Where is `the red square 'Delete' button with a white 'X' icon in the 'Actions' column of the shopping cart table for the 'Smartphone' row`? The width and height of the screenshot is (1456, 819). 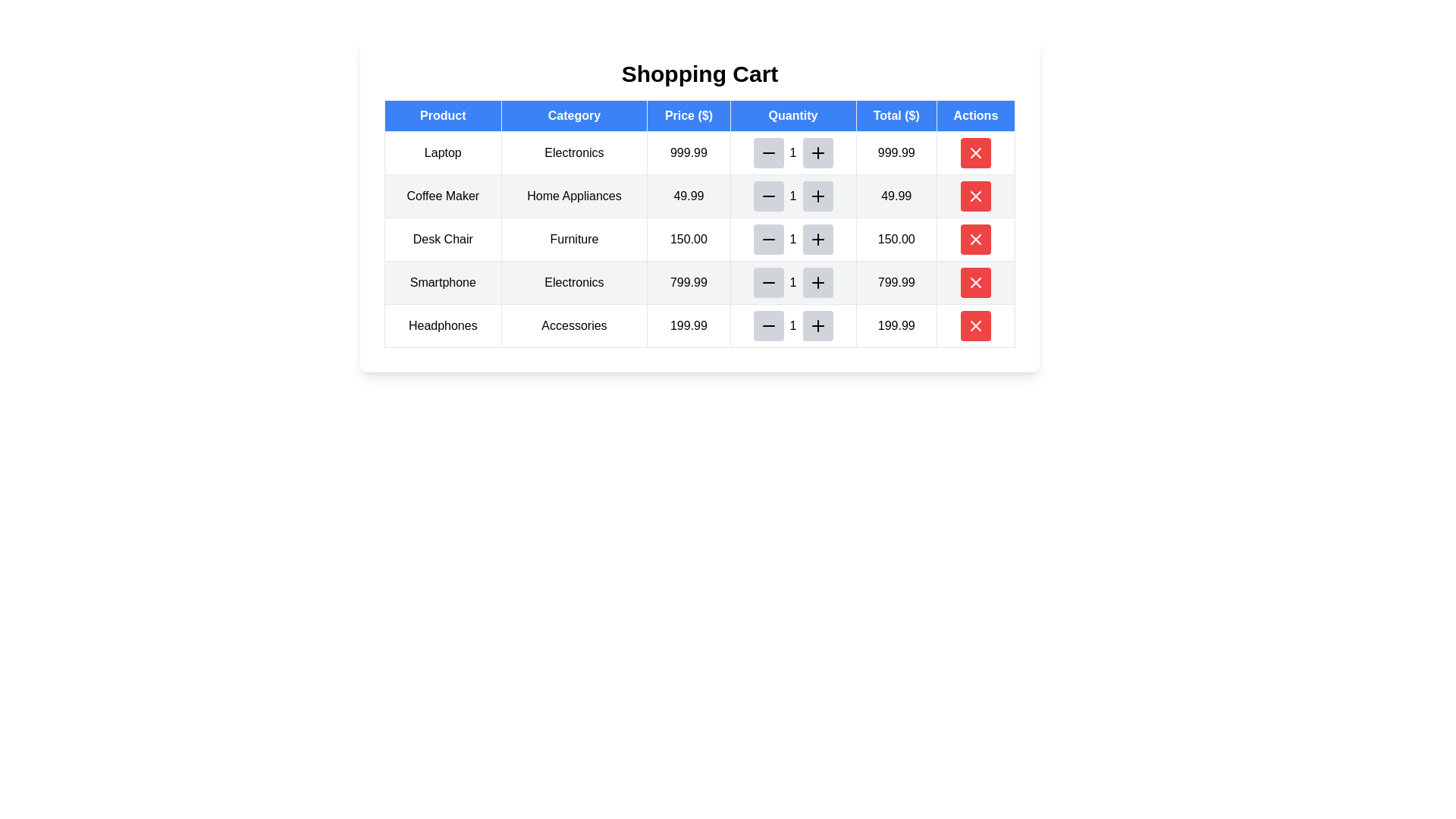
the red square 'Delete' button with a white 'X' icon in the 'Actions' column of the shopping cart table for the 'Smartphone' row is located at coordinates (975, 283).